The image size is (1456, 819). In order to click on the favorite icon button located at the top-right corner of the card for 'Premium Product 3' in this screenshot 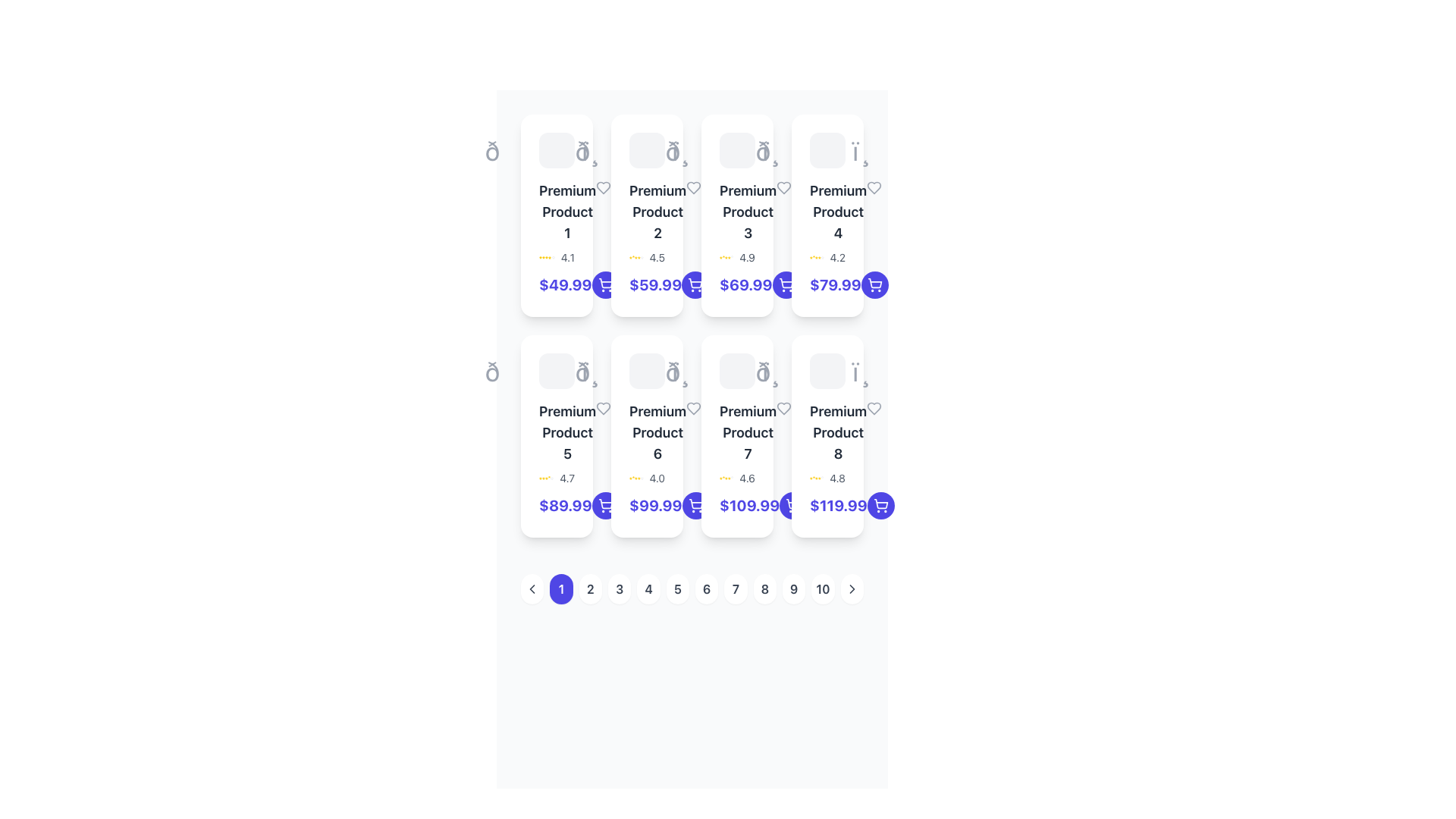, I will do `click(784, 187)`.